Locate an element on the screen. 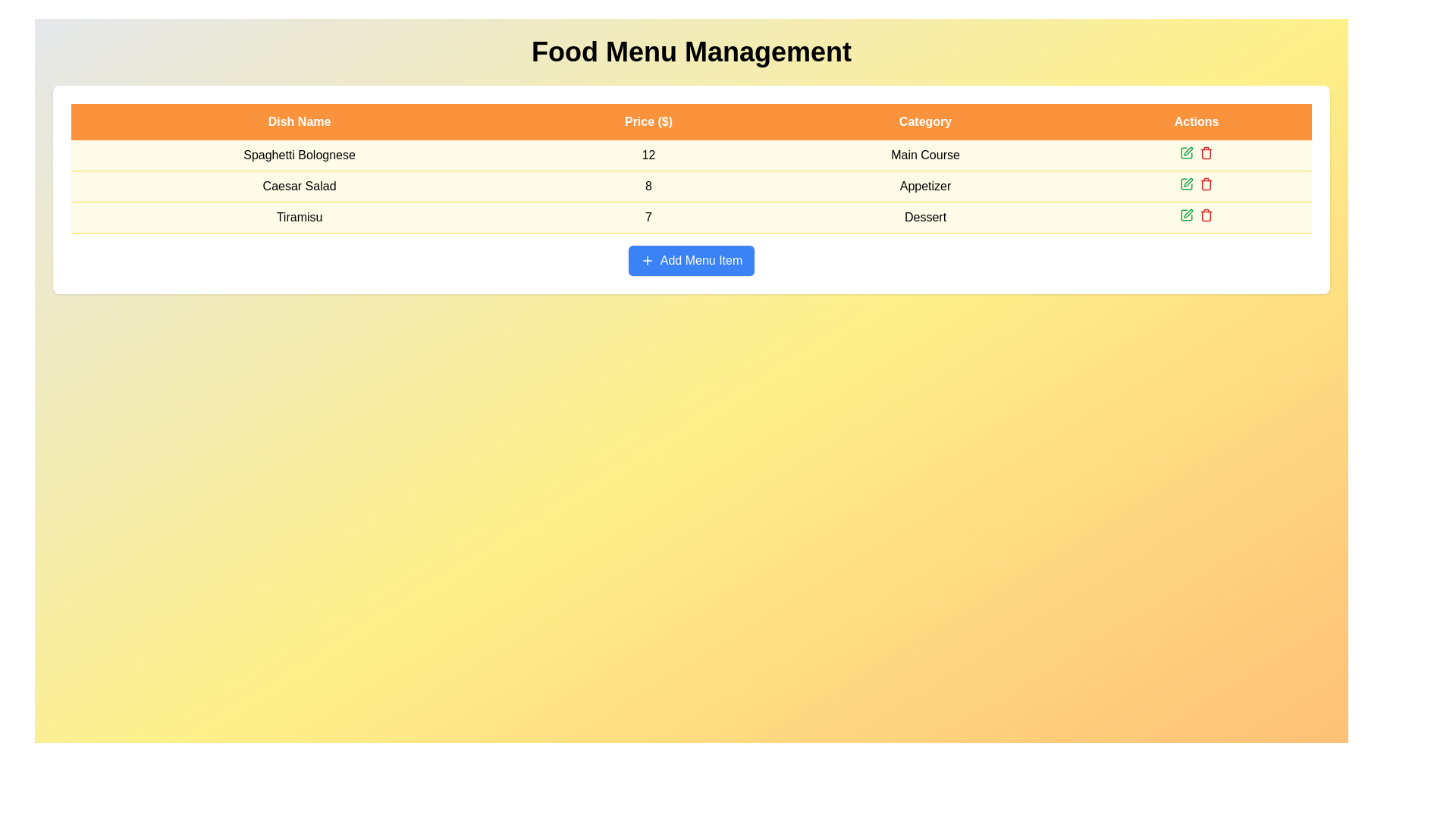 This screenshot has height=819, width=1456. the static text label displaying 'Main Course' which is centrally aligned in the third column under the 'Category' heading of the first data row in the table is located at coordinates (924, 155).